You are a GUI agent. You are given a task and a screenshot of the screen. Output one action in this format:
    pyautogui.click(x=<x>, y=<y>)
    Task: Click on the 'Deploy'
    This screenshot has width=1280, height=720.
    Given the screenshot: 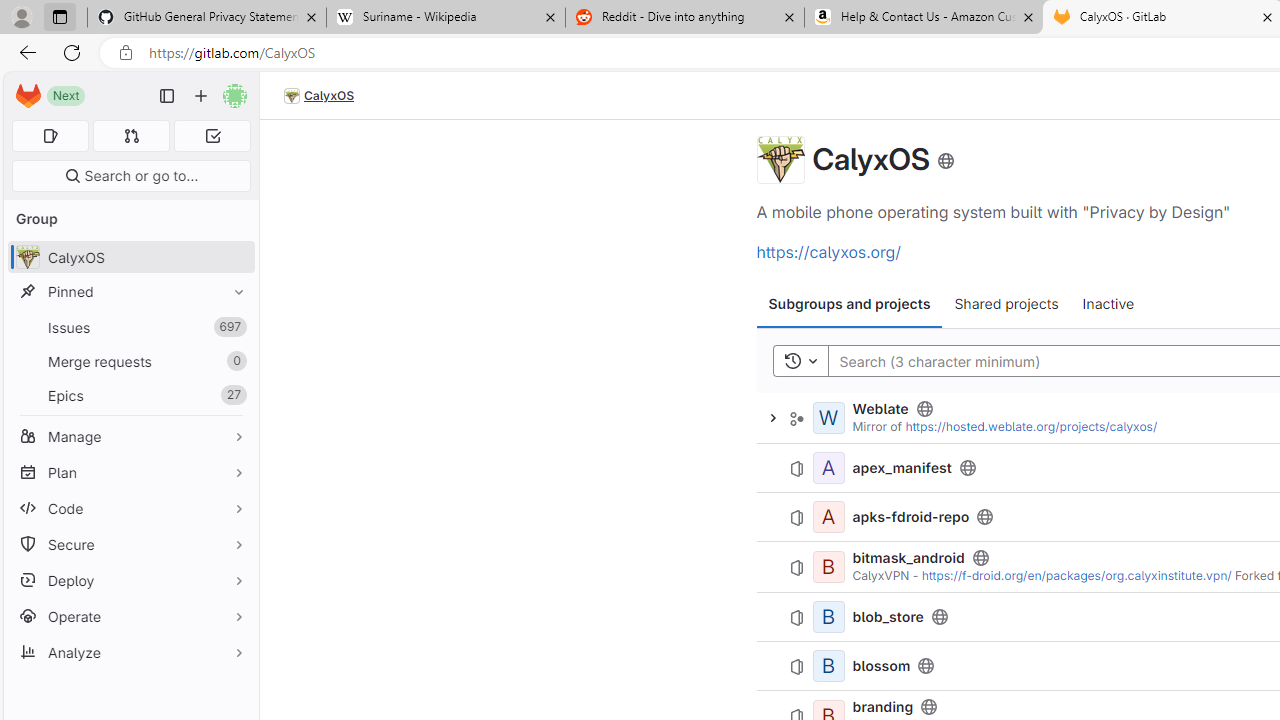 What is the action you would take?
    pyautogui.click(x=130, y=580)
    